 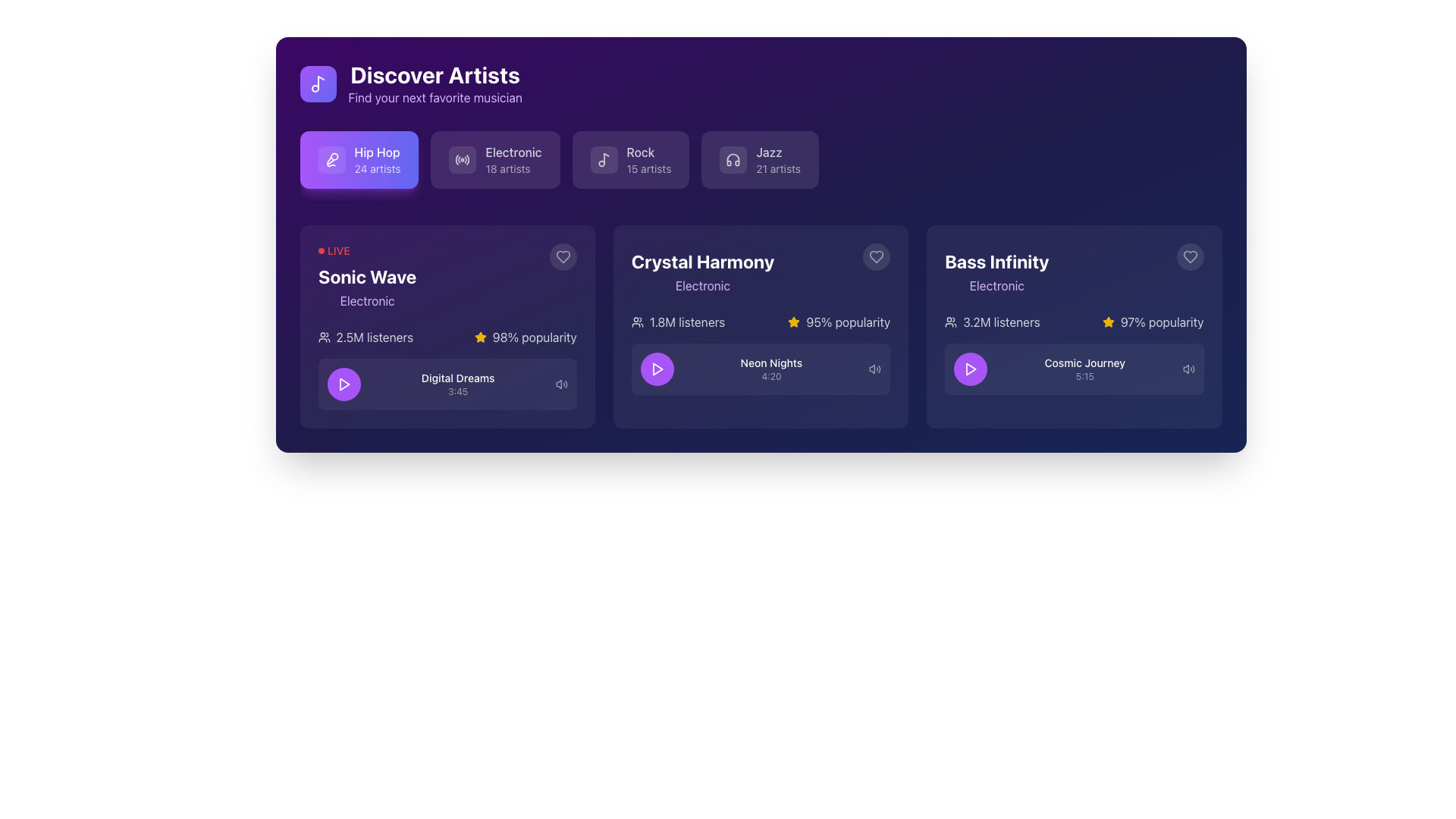 What do you see at coordinates (1153, 321) in the screenshot?
I see `the read-only label displaying '97% popularity' with a yellow star icon located within the 'Bass Infinity' card` at bounding box center [1153, 321].